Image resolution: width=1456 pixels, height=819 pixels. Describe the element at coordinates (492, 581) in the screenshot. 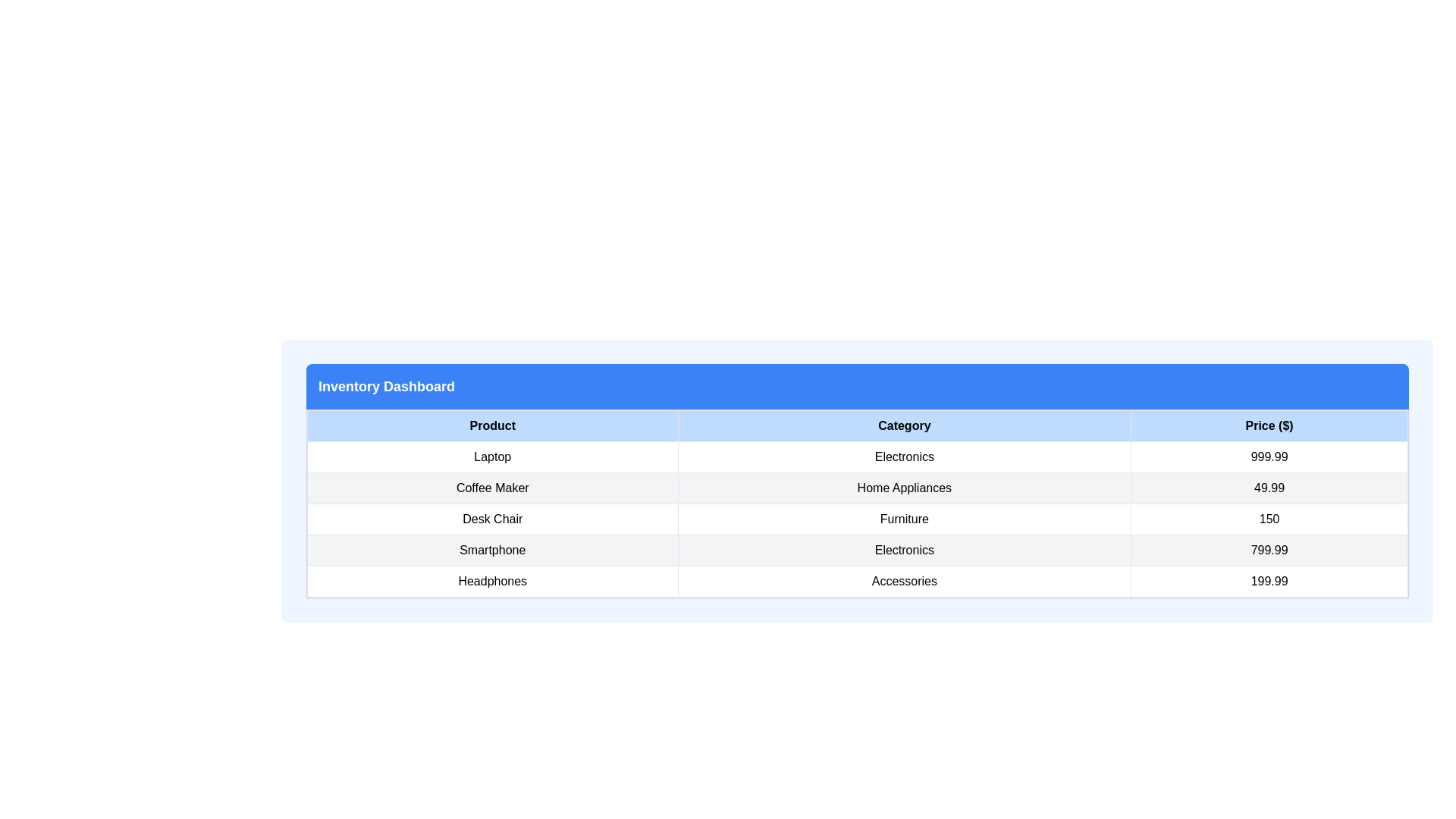

I see `the Text label indicating the product's name in the 'Product' column of the 'Inventory Dashboard' table, located in the last row` at that location.